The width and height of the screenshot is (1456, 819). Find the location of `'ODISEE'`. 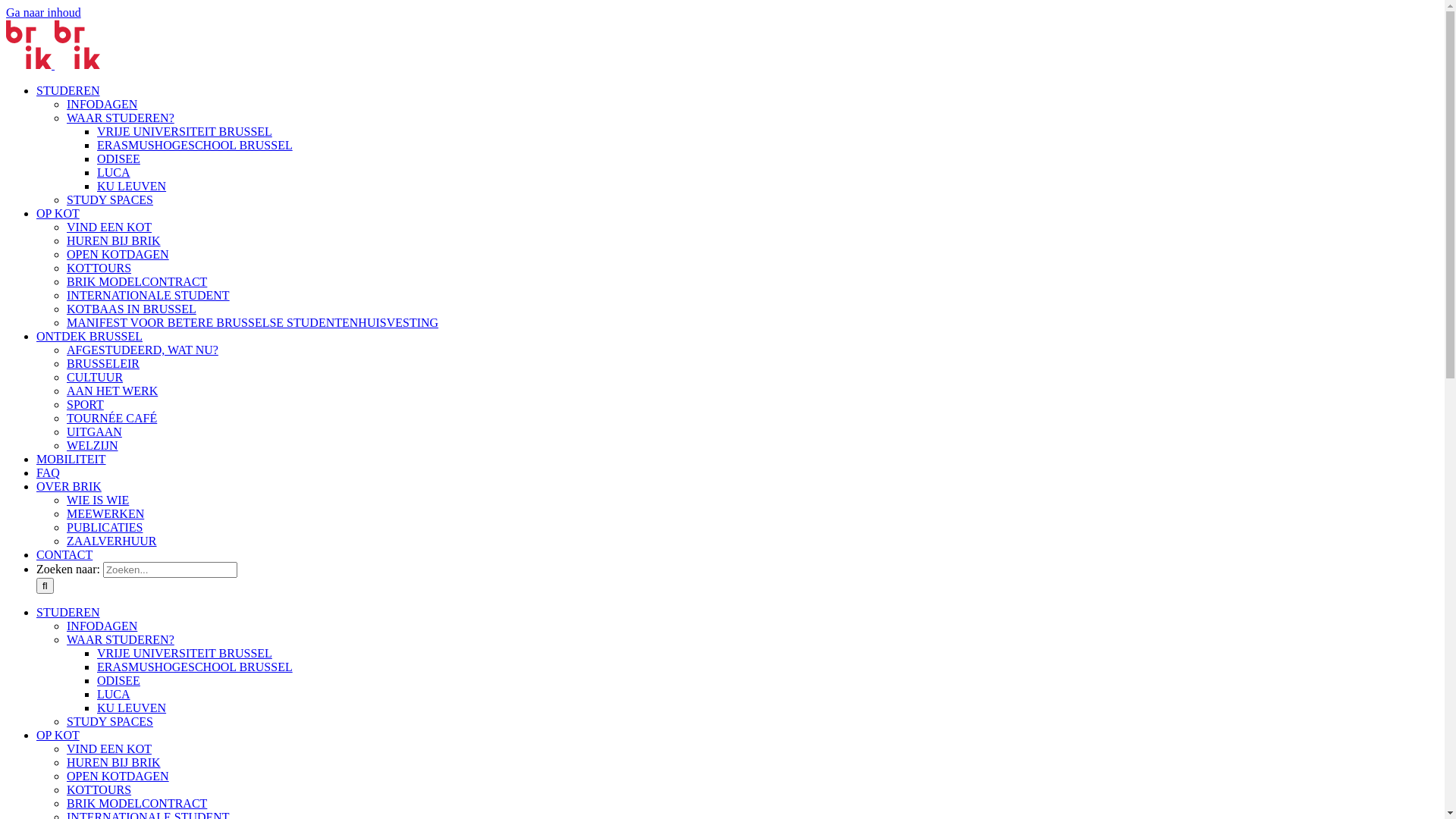

'ODISEE' is located at coordinates (118, 679).